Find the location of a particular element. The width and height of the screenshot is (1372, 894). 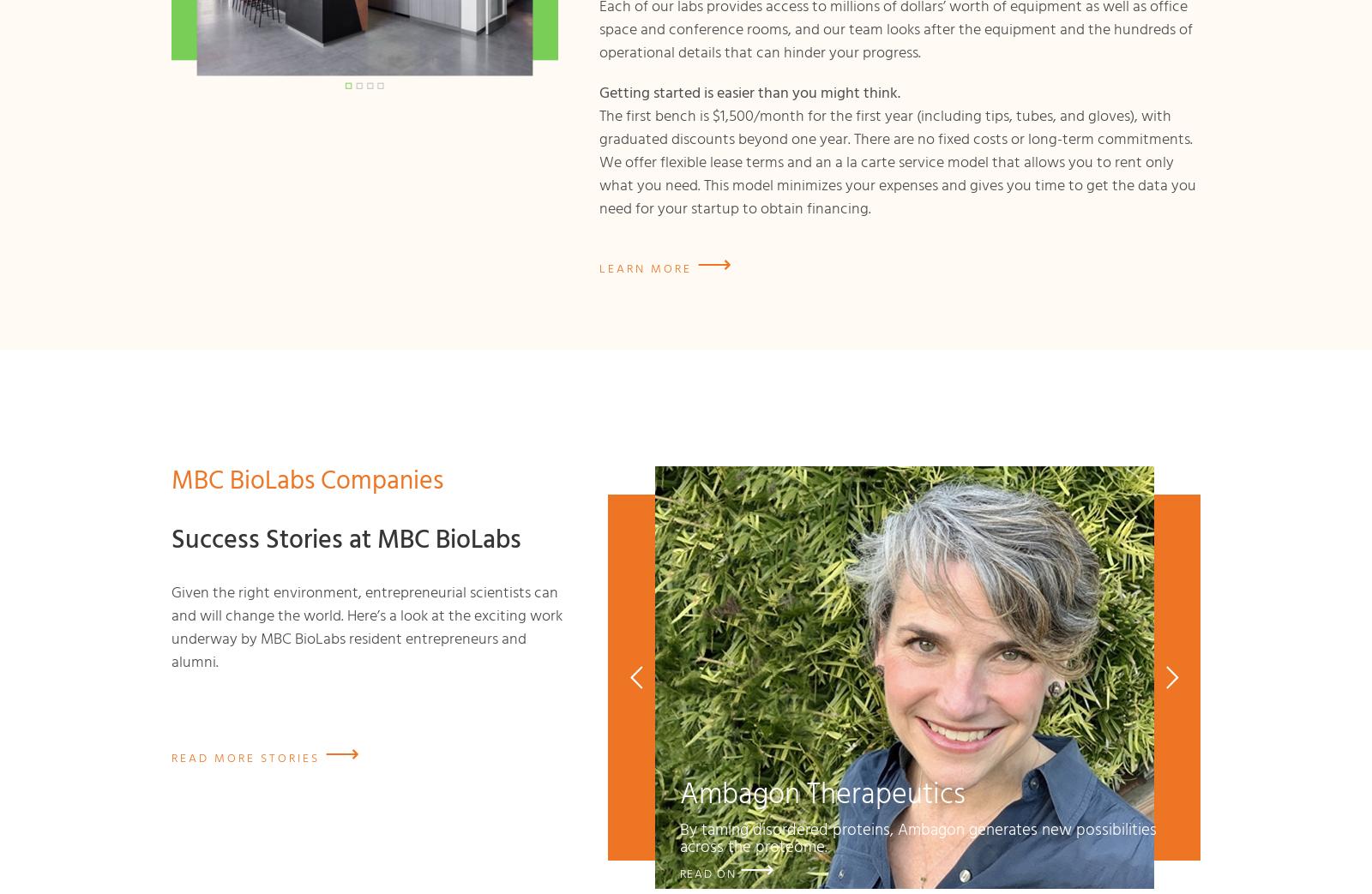

'Given the right environment, entrepreneurial scientists can and will change the world. Here’s a look at the exciting work underway by MBC BioLabs resident entrepreneurs and alumni.' is located at coordinates (366, 627).